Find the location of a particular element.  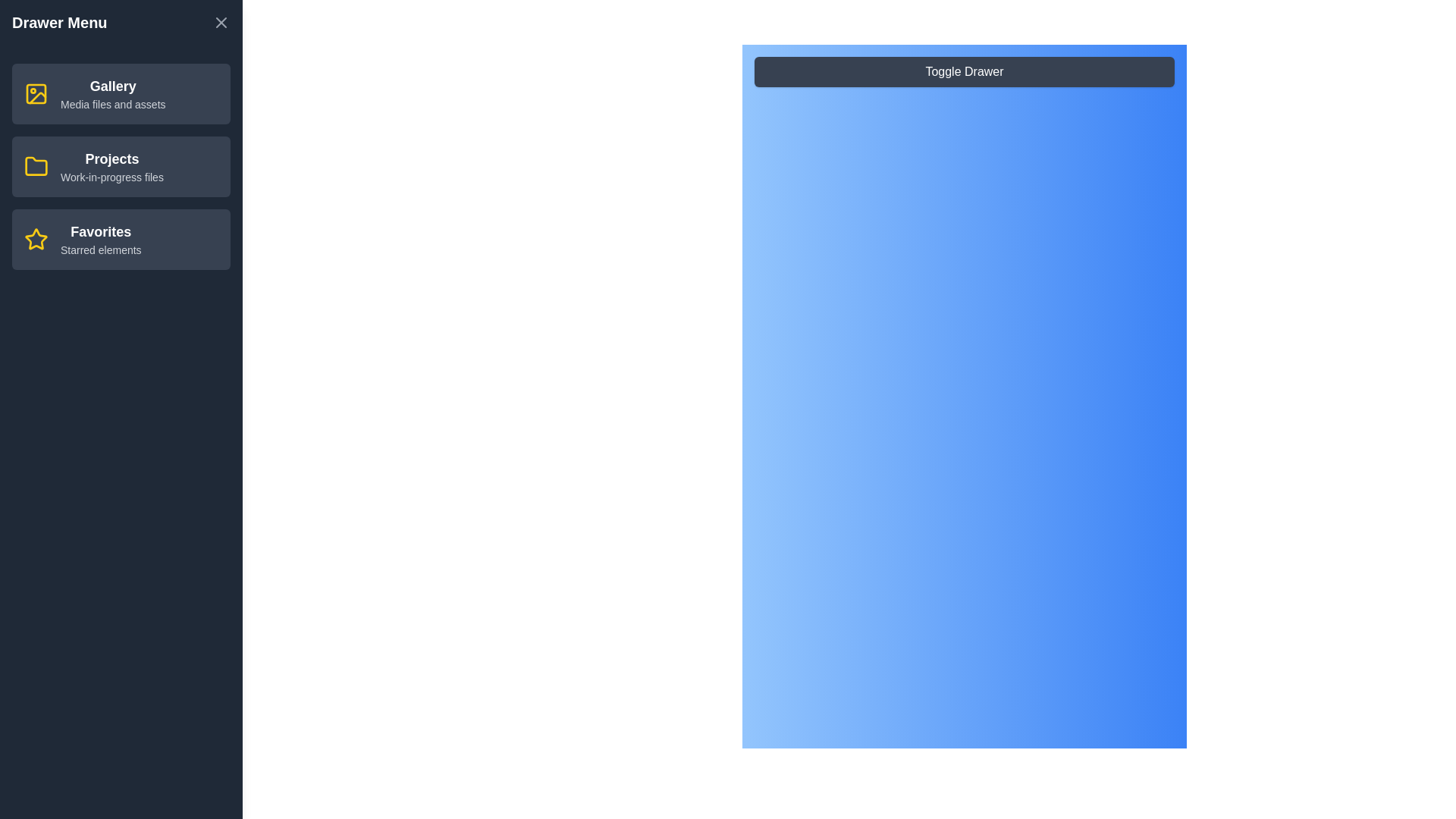

the menu item Gallery from the drawer is located at coordinates (120, 93).